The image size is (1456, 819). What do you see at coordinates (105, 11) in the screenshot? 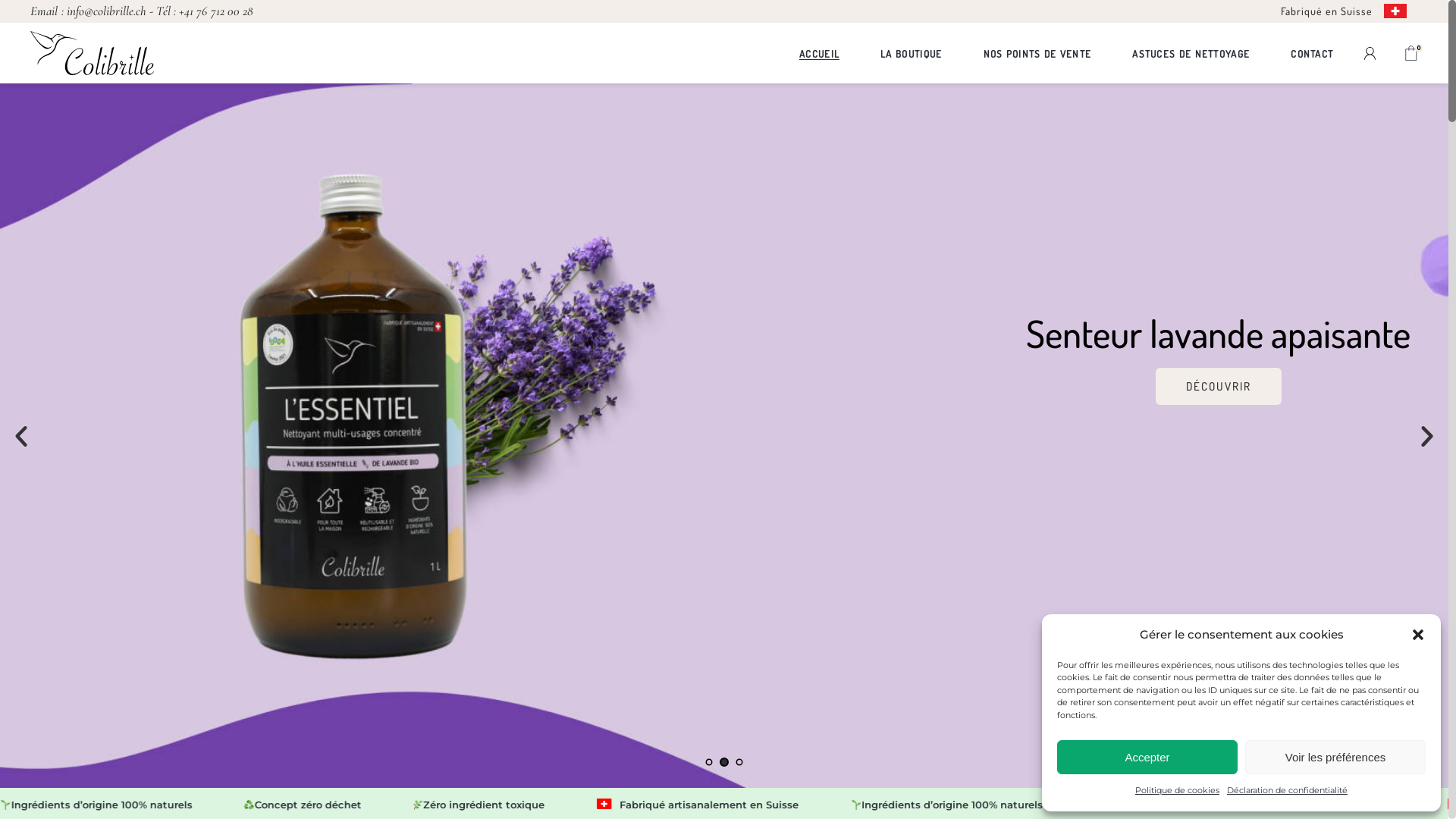
I see `'info@colibrille.ch'` at bounding box center [105, 11].